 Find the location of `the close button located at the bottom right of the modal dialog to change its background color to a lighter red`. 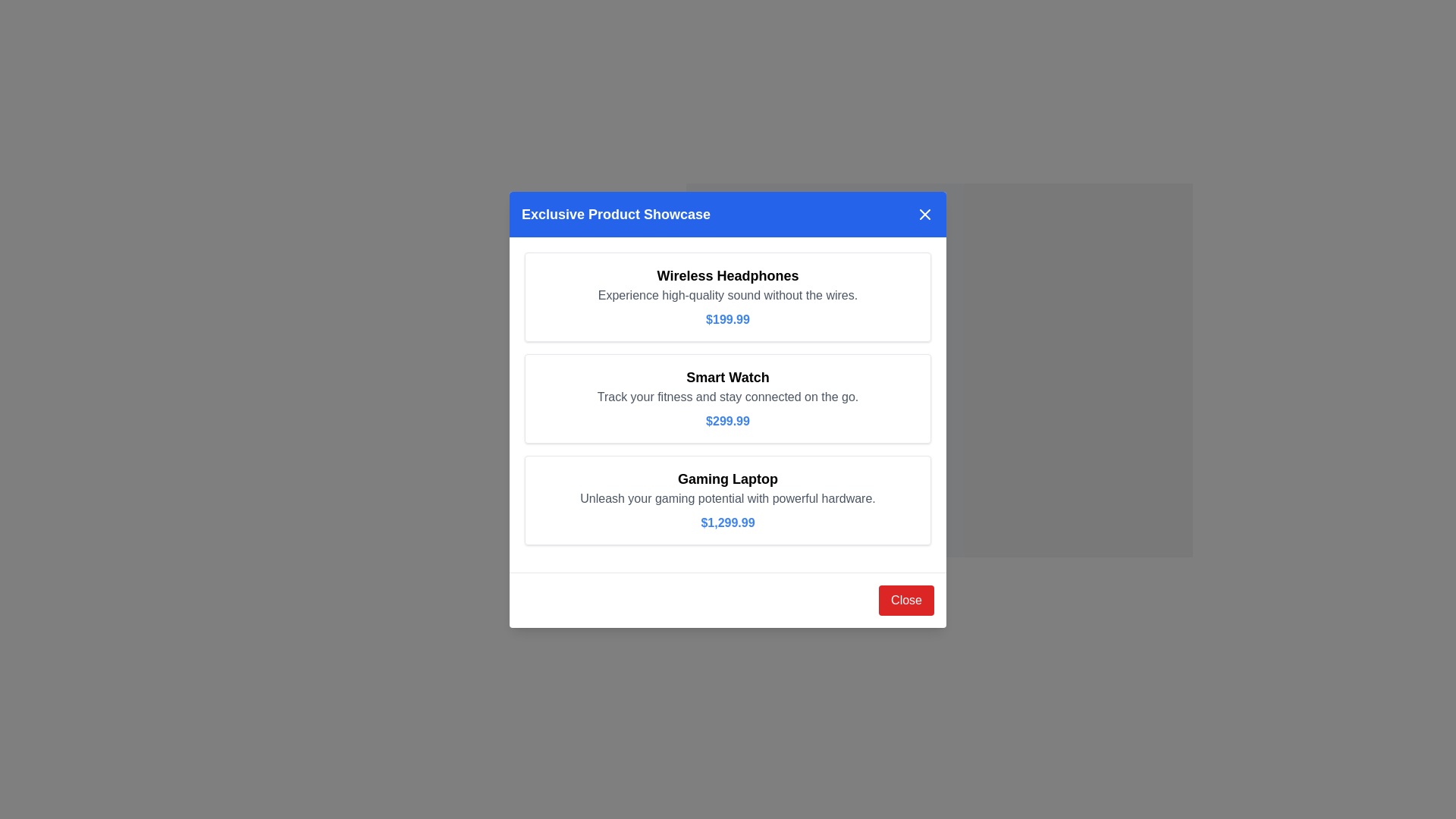

the close button located at the bottom right of the modal dialog to change its background color to a lighter red is located at coordinates (906, 599).